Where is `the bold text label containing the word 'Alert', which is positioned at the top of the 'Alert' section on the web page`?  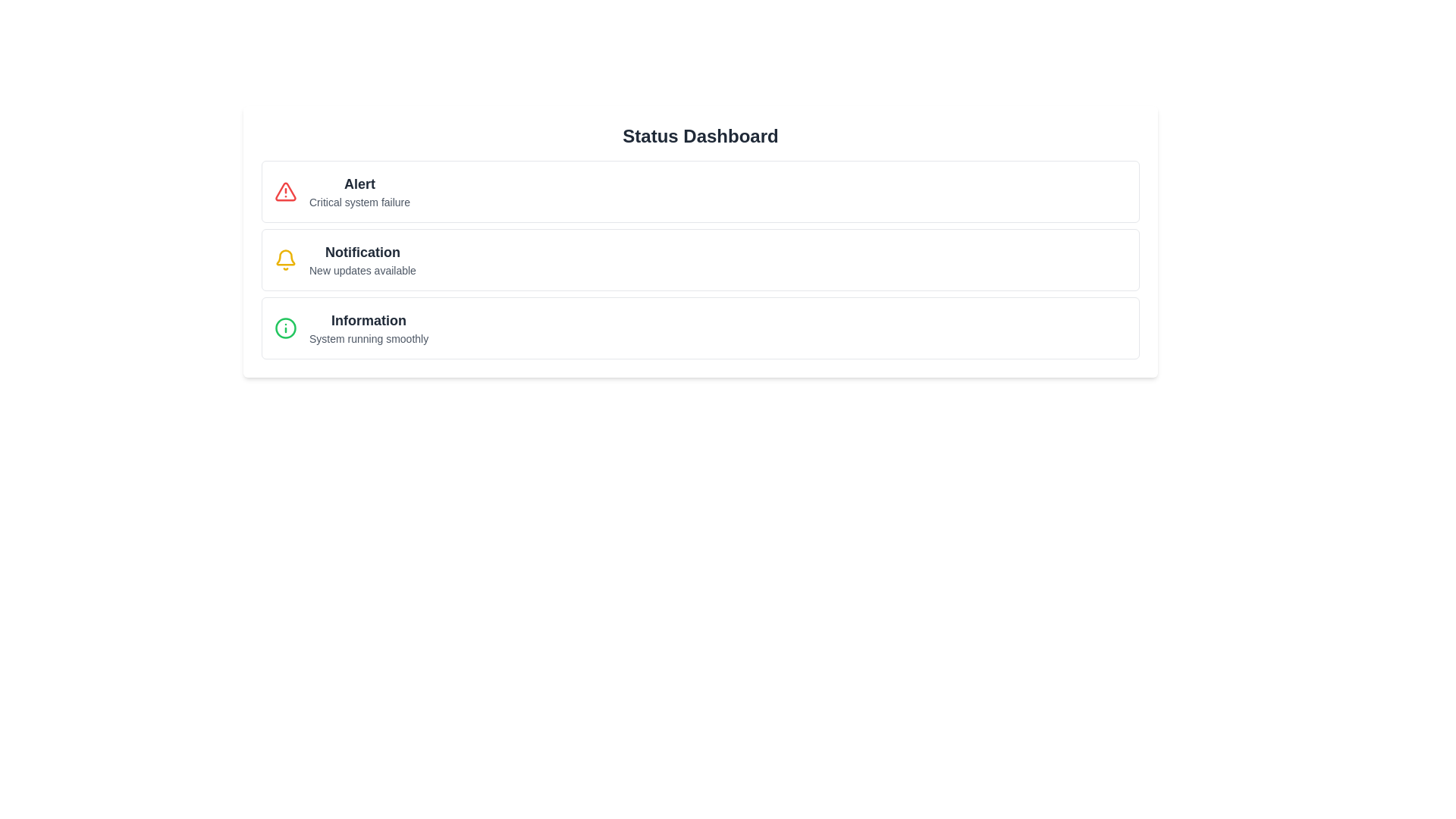 the bold text label containing the word 'Alert', which is positioned at the top of the 'Alert' section on the web page is located at coordinates (359, 184).